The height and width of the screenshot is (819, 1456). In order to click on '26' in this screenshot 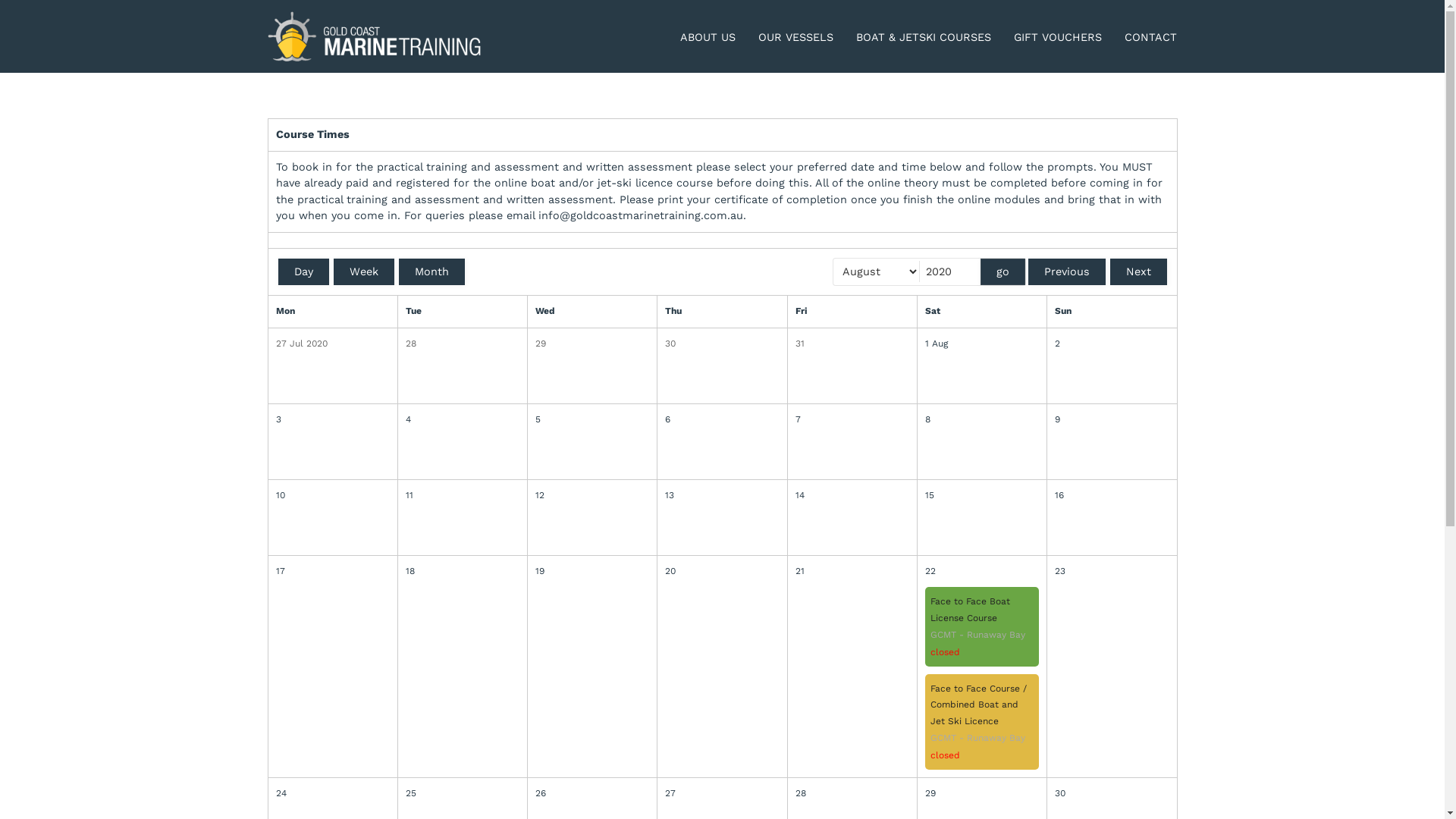, I will do `click(535, 792)`.